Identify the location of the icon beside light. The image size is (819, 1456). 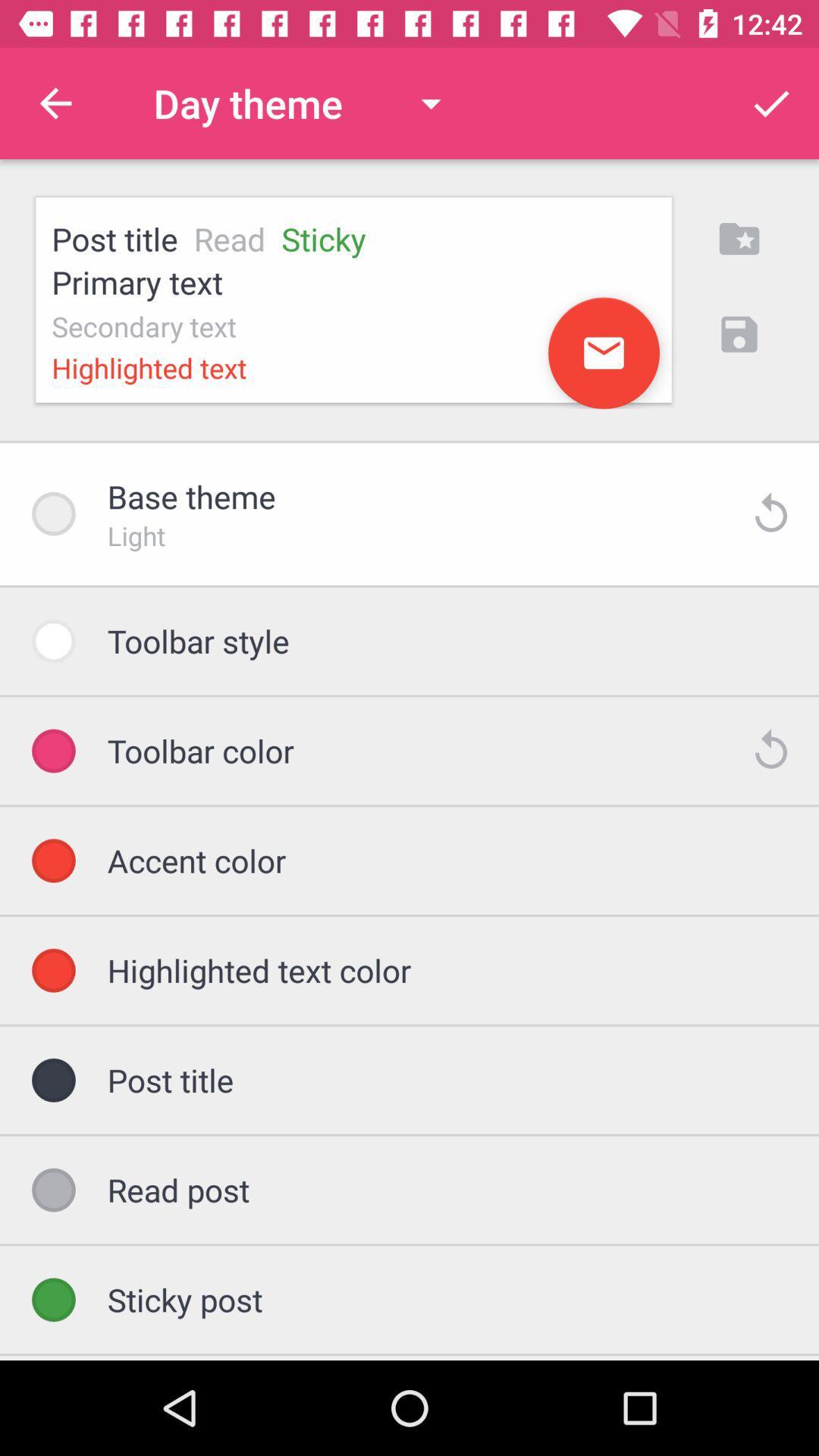
(771, 513).